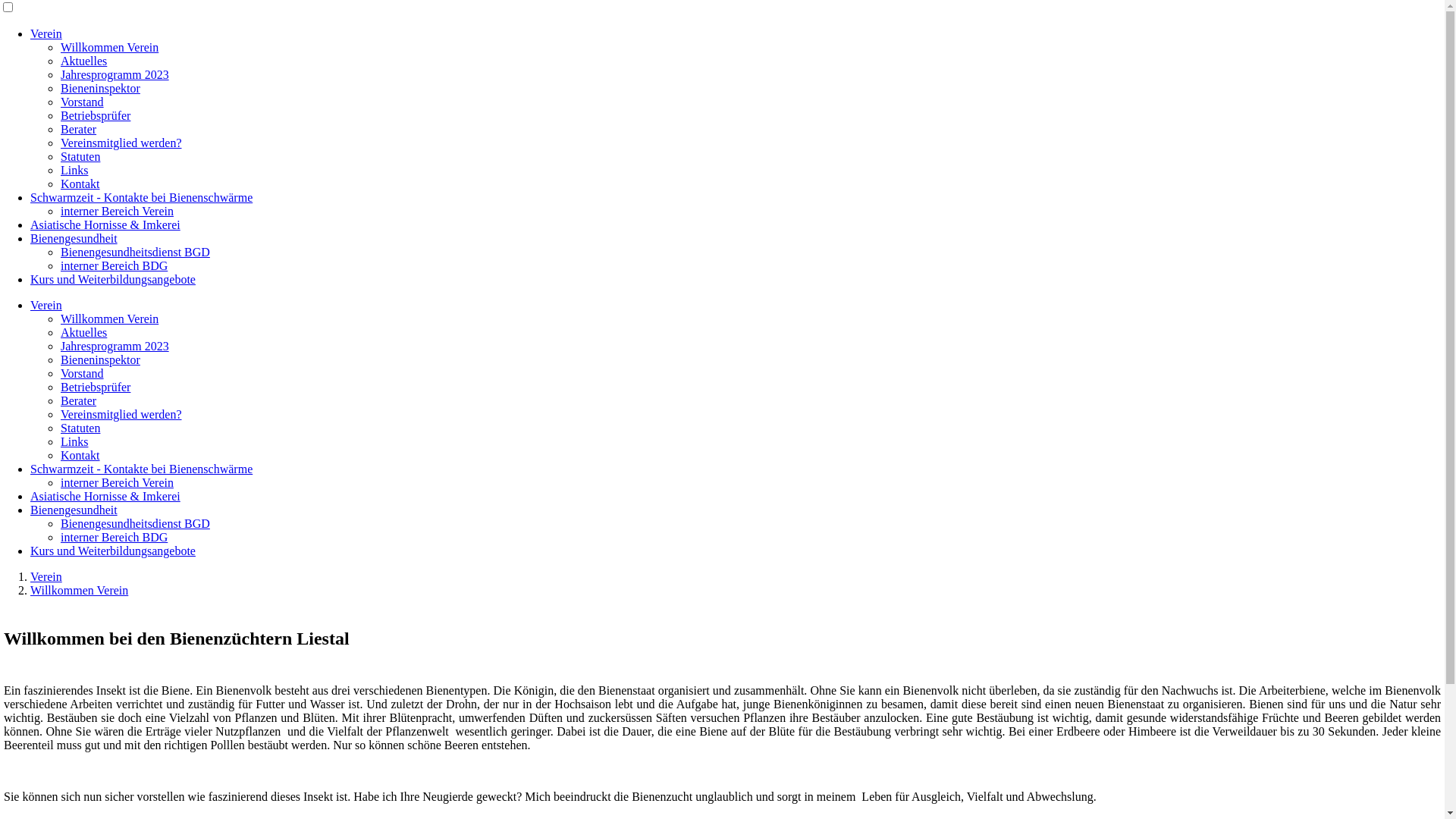 The image size is (1456, 819). I want to click on 'Bieneninspektor', so click(99, 88).